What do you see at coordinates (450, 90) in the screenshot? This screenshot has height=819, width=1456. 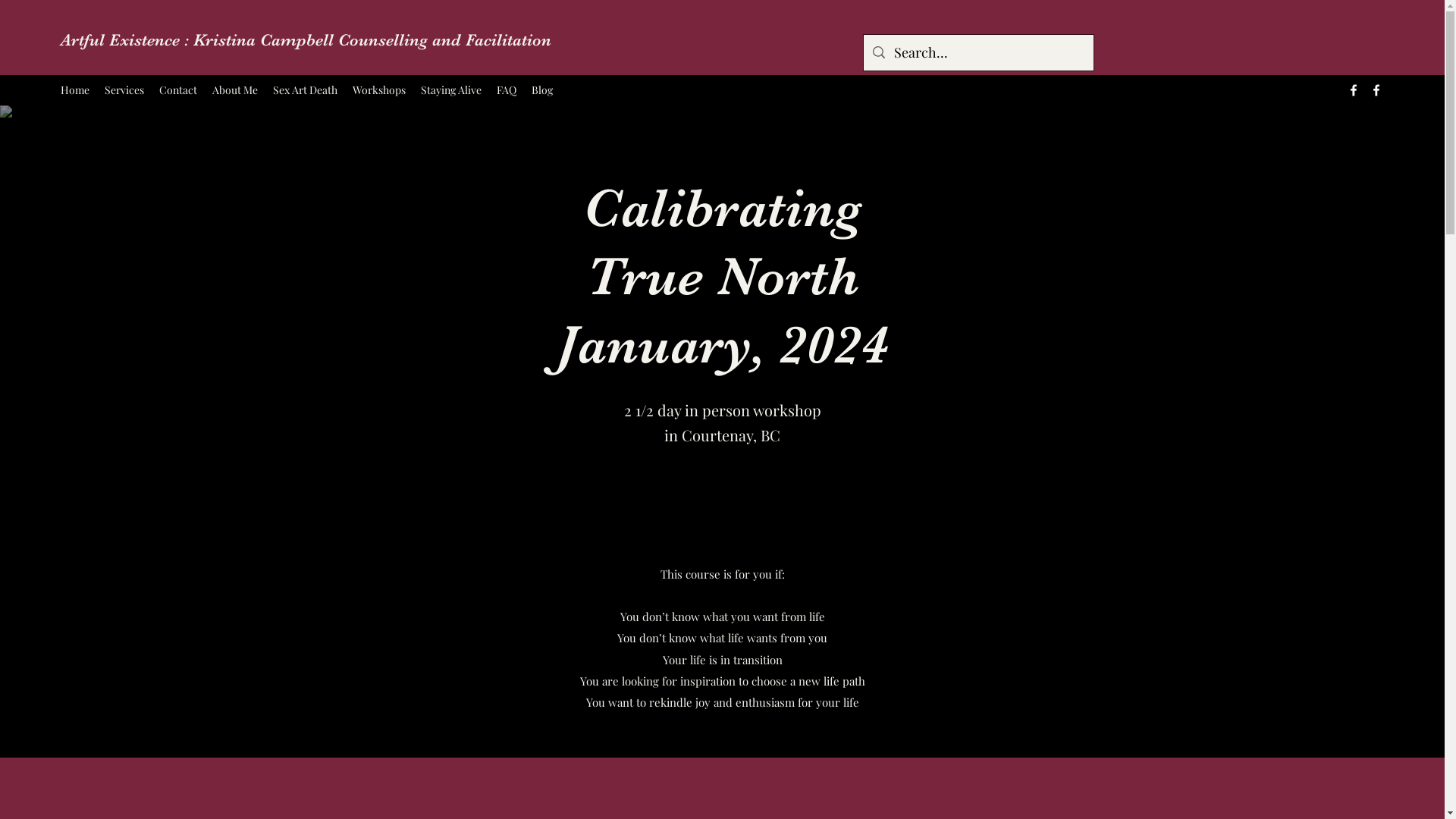 I see `'Staying Alive'` at bounding box center [450, 90].